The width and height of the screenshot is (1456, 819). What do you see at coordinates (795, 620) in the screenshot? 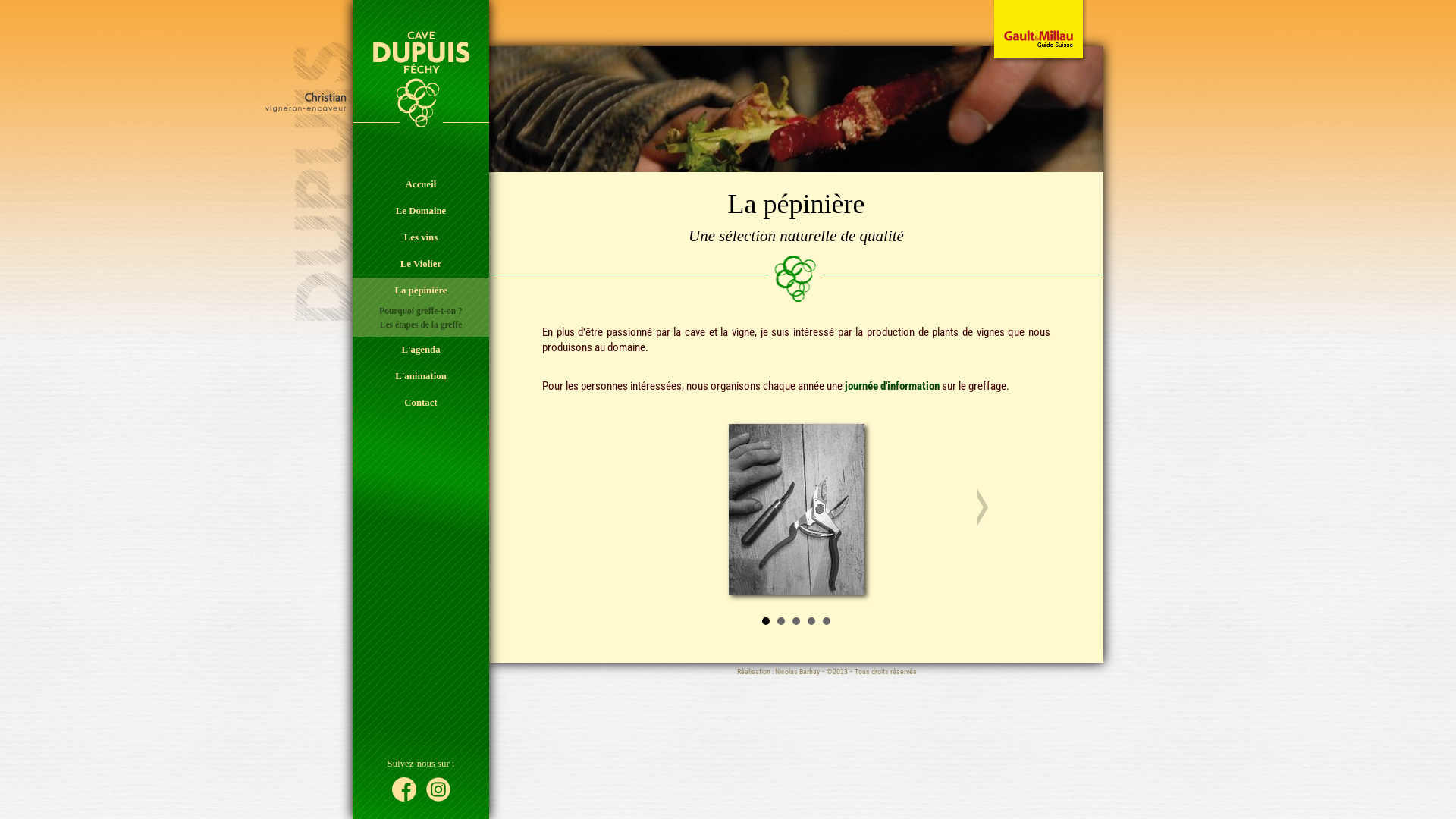
I see `'3'` at bounding box center [795, 620].